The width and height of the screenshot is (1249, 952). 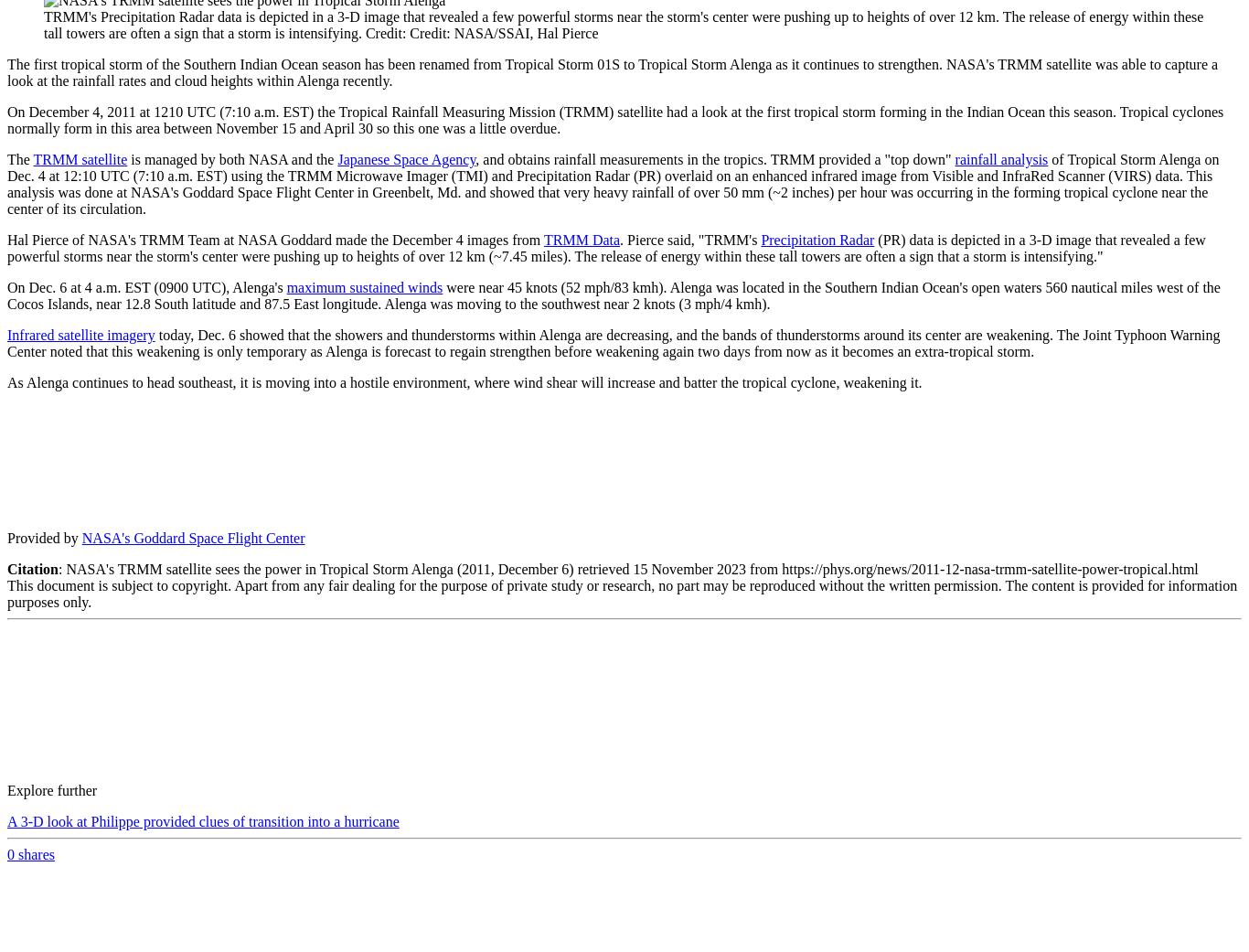 What do you see at coordinates (817, 239) in the screenshot?
I see `'Precipitation Radar'` at bounding box center [817, 239].